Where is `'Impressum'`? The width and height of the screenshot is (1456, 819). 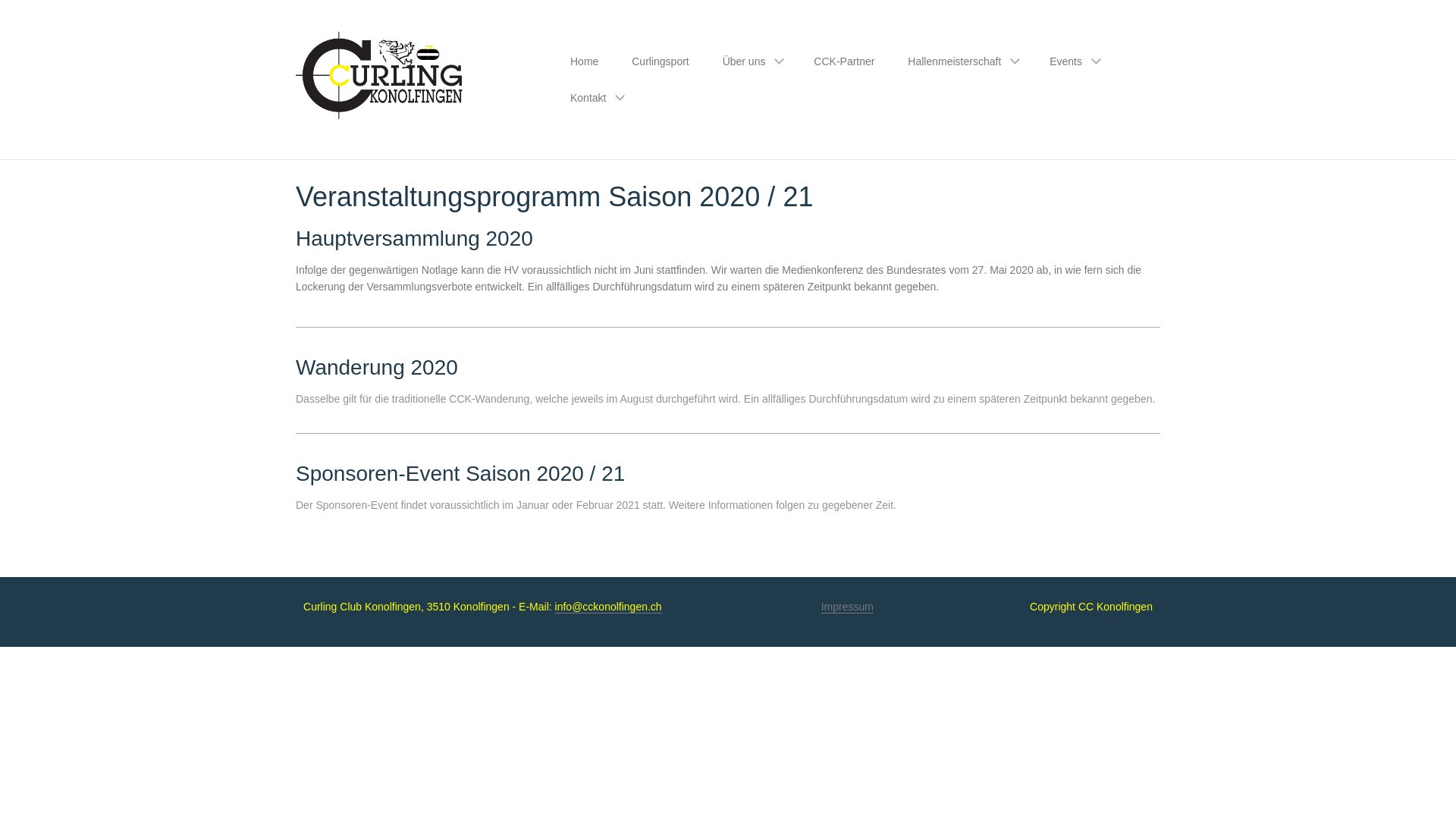 'Impressum' is located at coordinates (846, 606).